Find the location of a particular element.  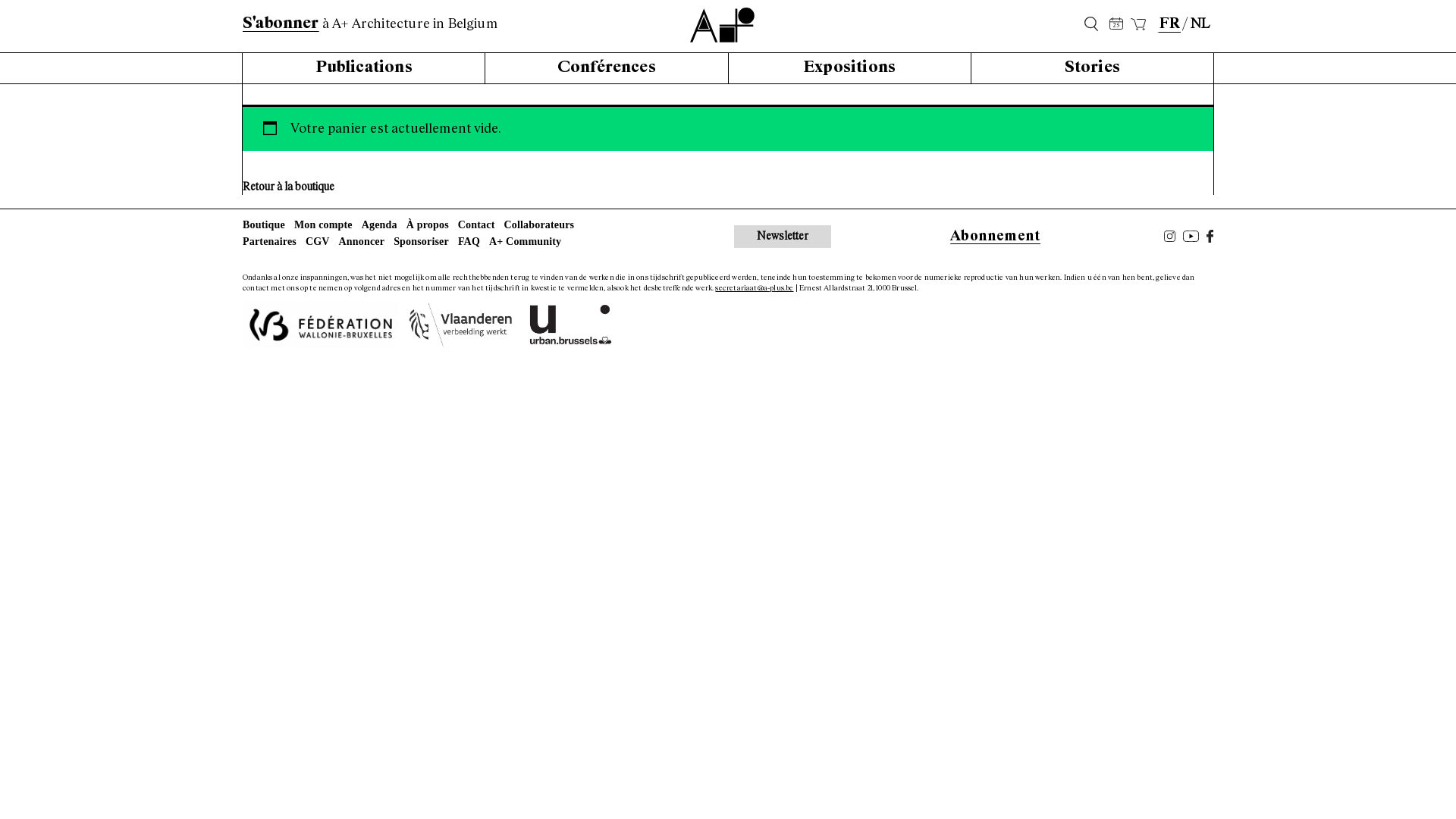

'Sponsoriser' is located at coordinates (393, 240).